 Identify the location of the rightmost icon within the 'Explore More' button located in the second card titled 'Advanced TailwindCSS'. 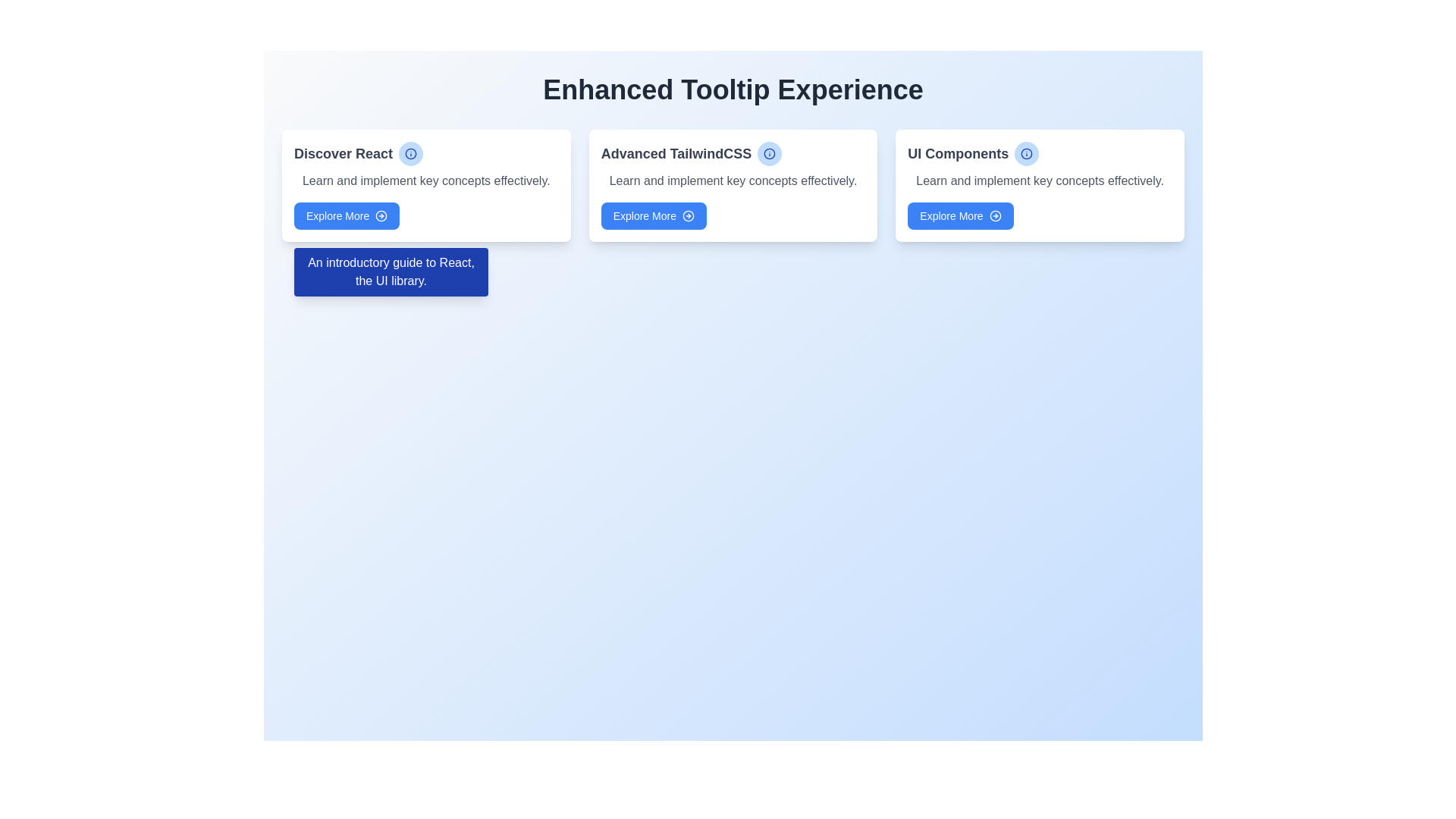
(687, 216).